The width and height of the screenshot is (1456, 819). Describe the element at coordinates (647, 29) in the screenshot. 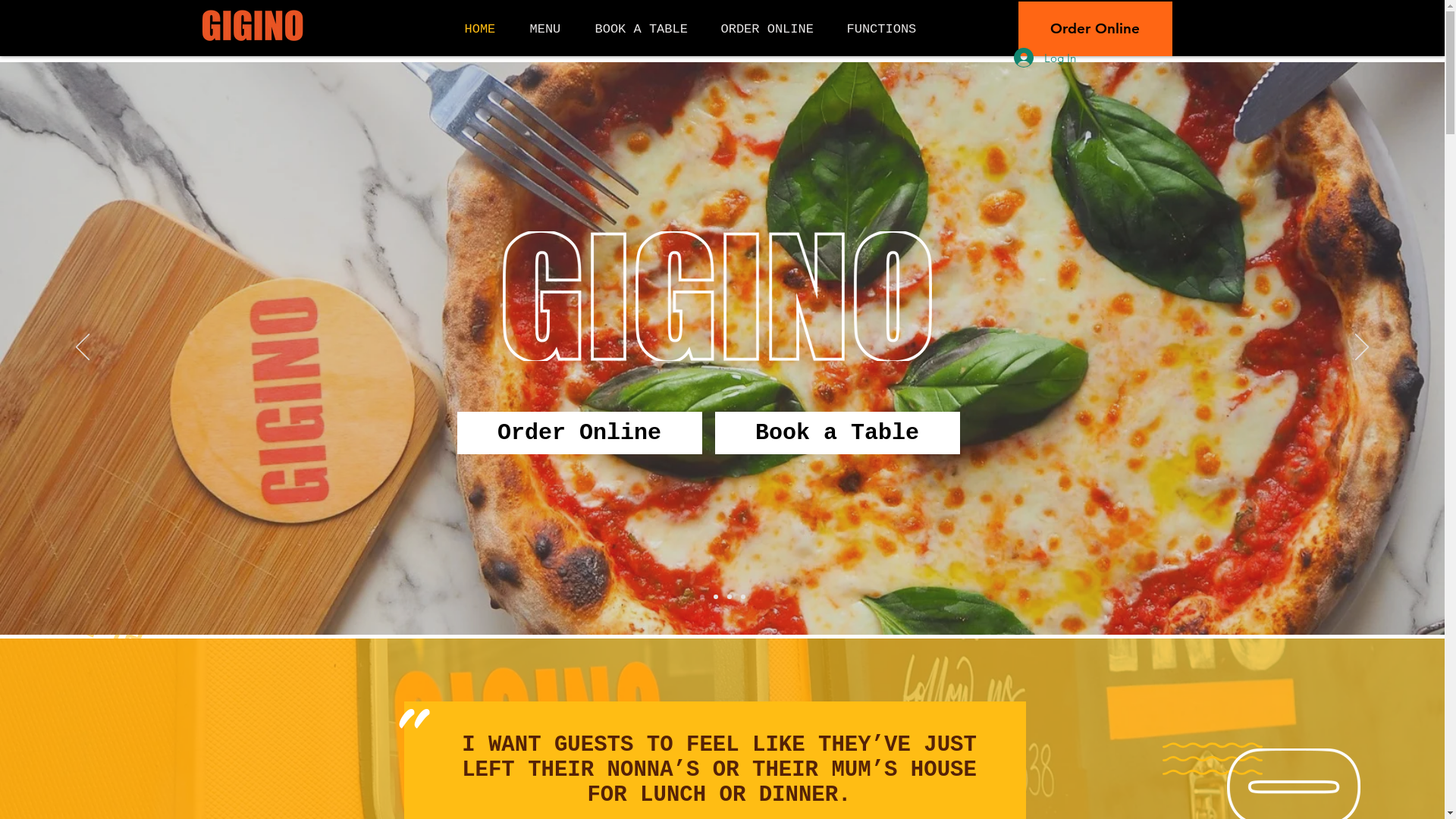

I see `'BOOK A TABLE'` at that location.